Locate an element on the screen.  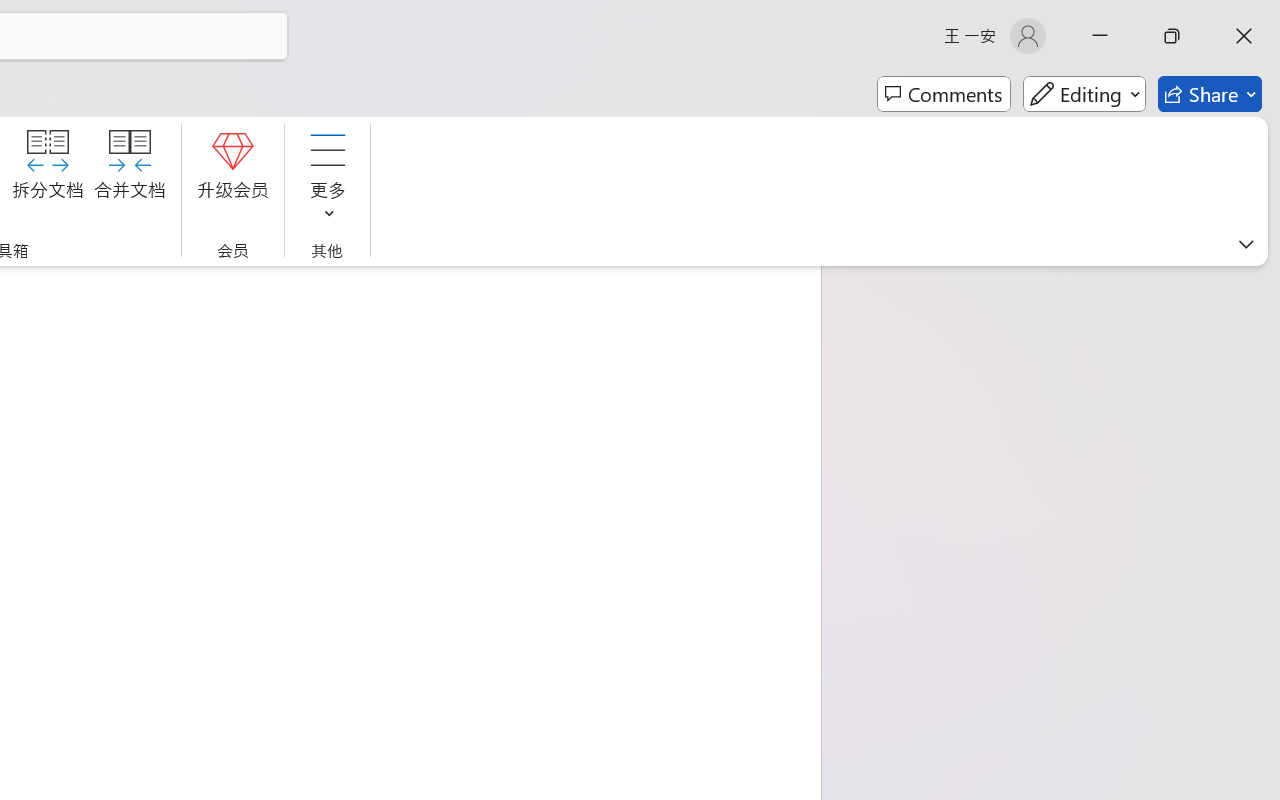
'Comments' is located at coordinates (943, 94).